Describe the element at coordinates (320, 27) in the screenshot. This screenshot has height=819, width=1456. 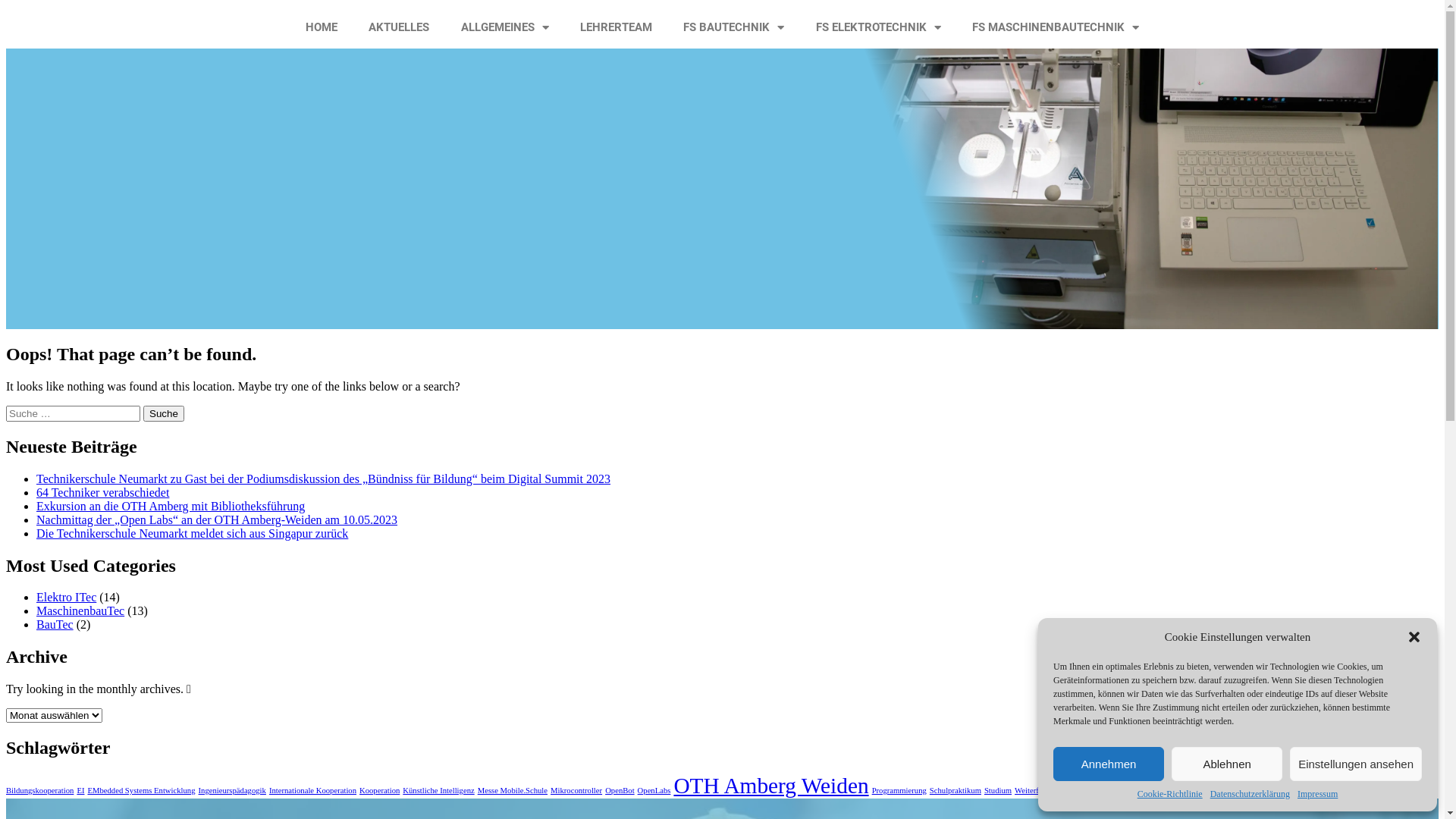
I see `'HOME'` at that location.